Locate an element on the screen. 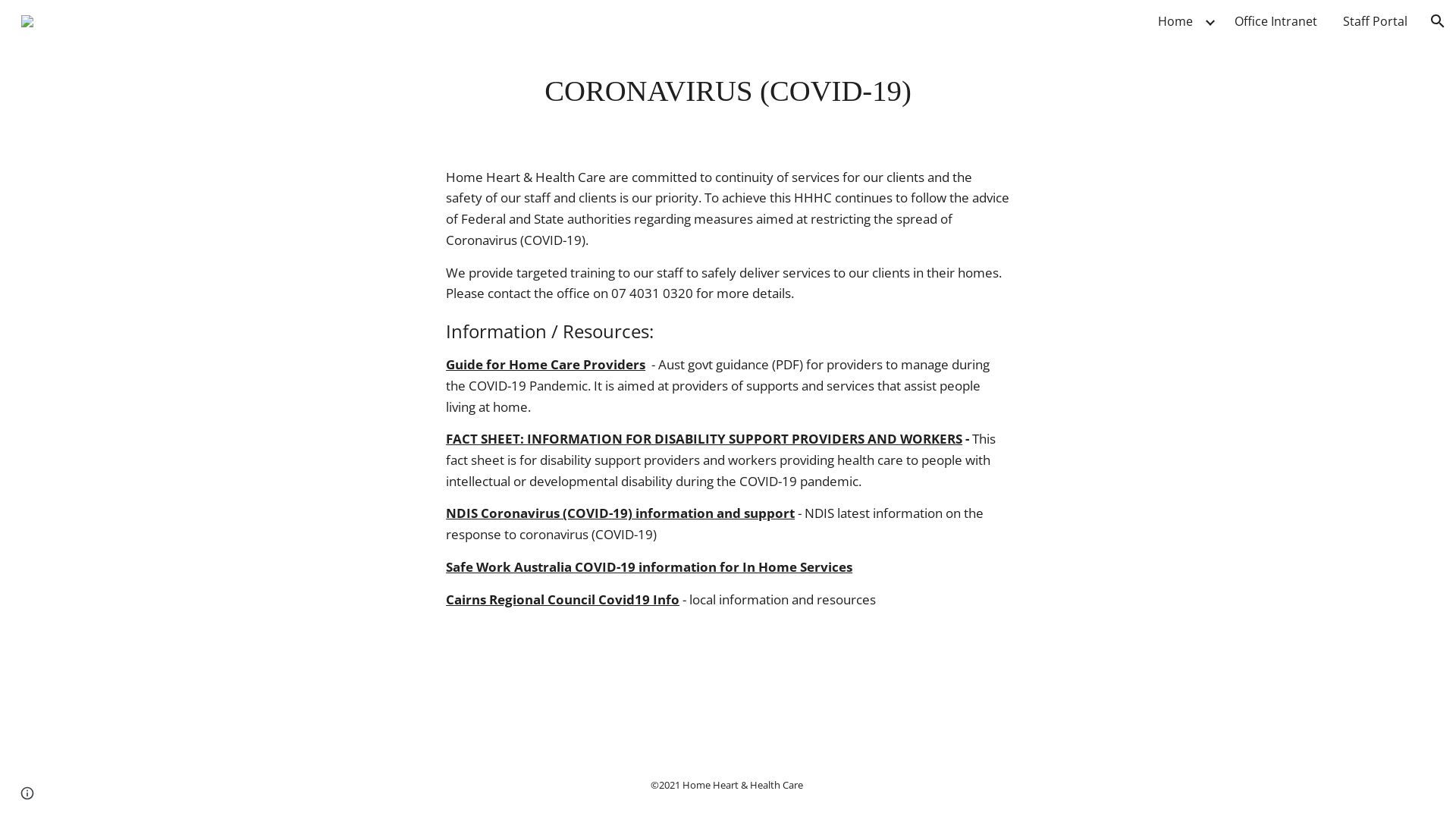  'Office Intranet' is located at coordinates (1275, 20).